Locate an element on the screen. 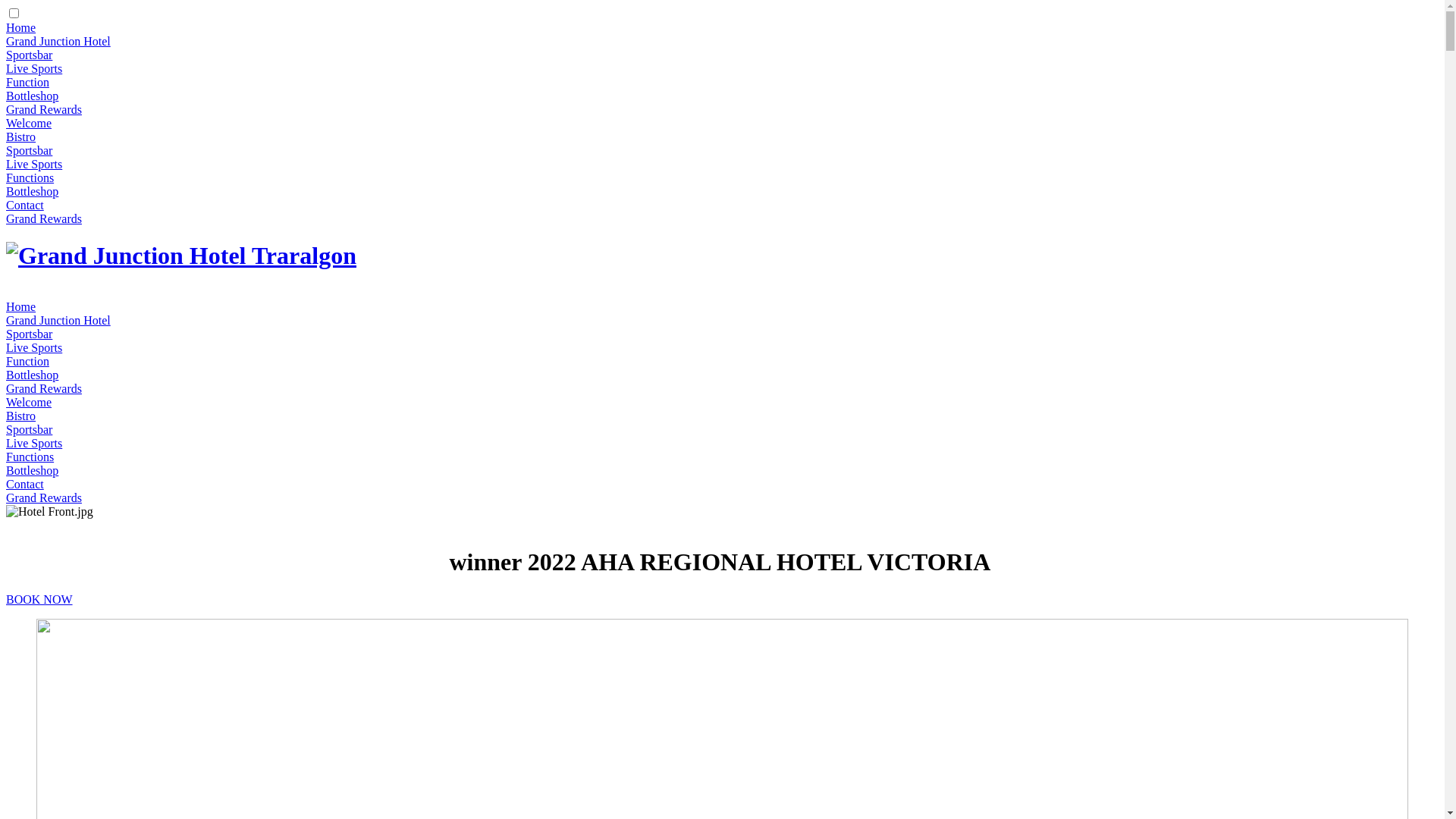  'Welcome' is located at coordinates (6, 401).